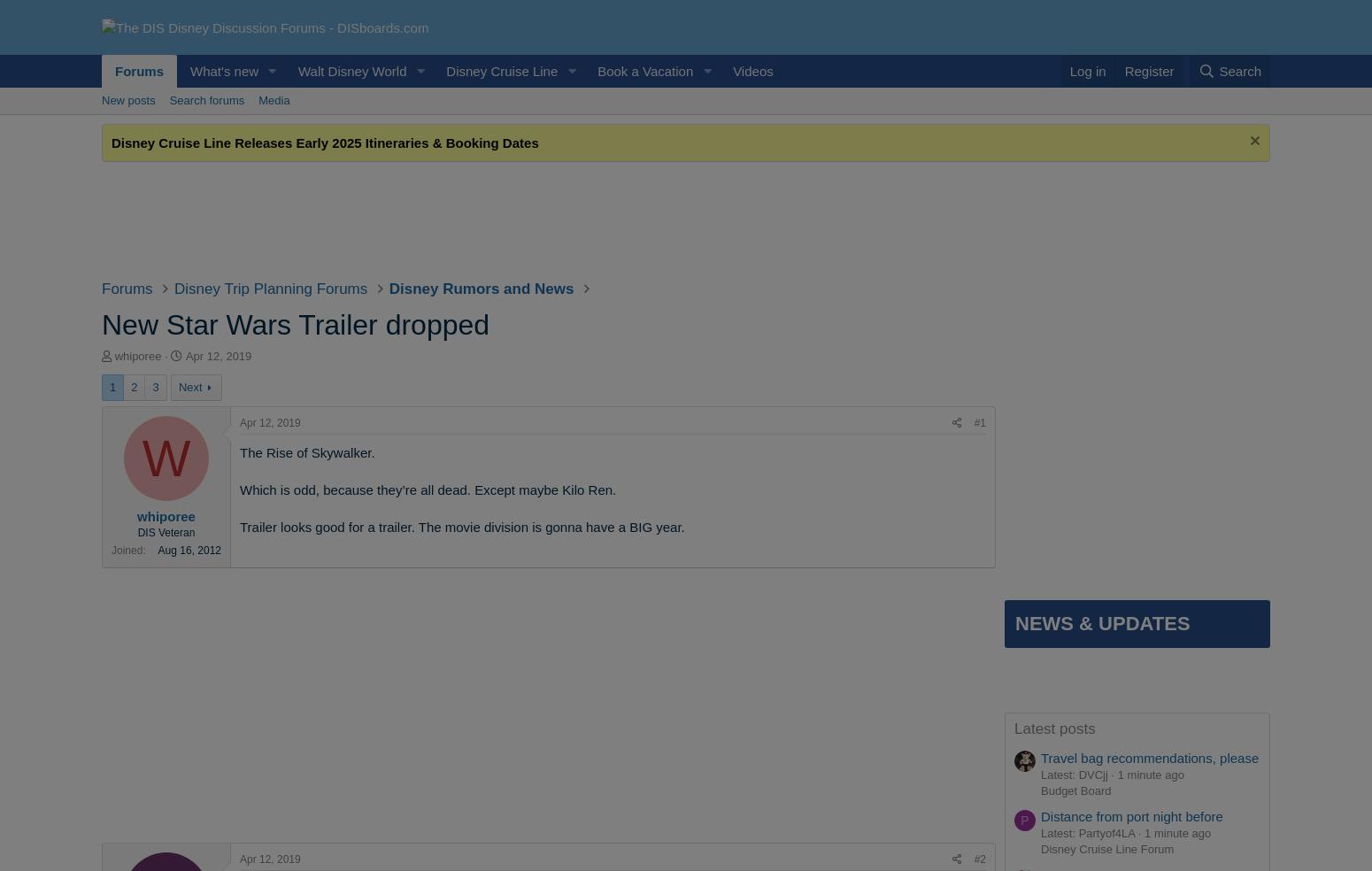 The width and height of the screenshot is (1372, 871). I want to click on 'Travel bag recommendations, please', so click(1040, 756).